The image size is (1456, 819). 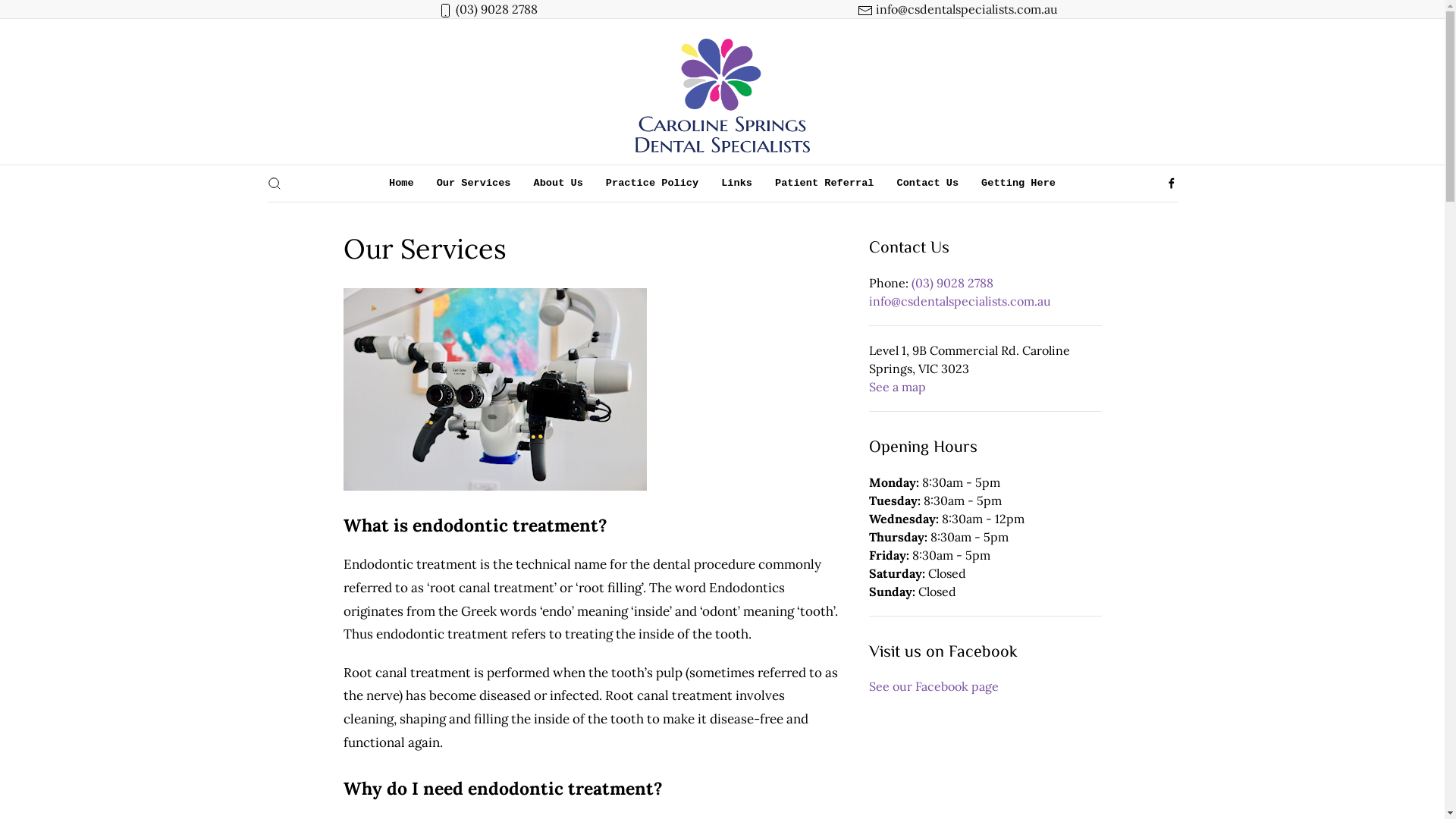 I want to click on 'Our Services', so click(x=472, y=183).